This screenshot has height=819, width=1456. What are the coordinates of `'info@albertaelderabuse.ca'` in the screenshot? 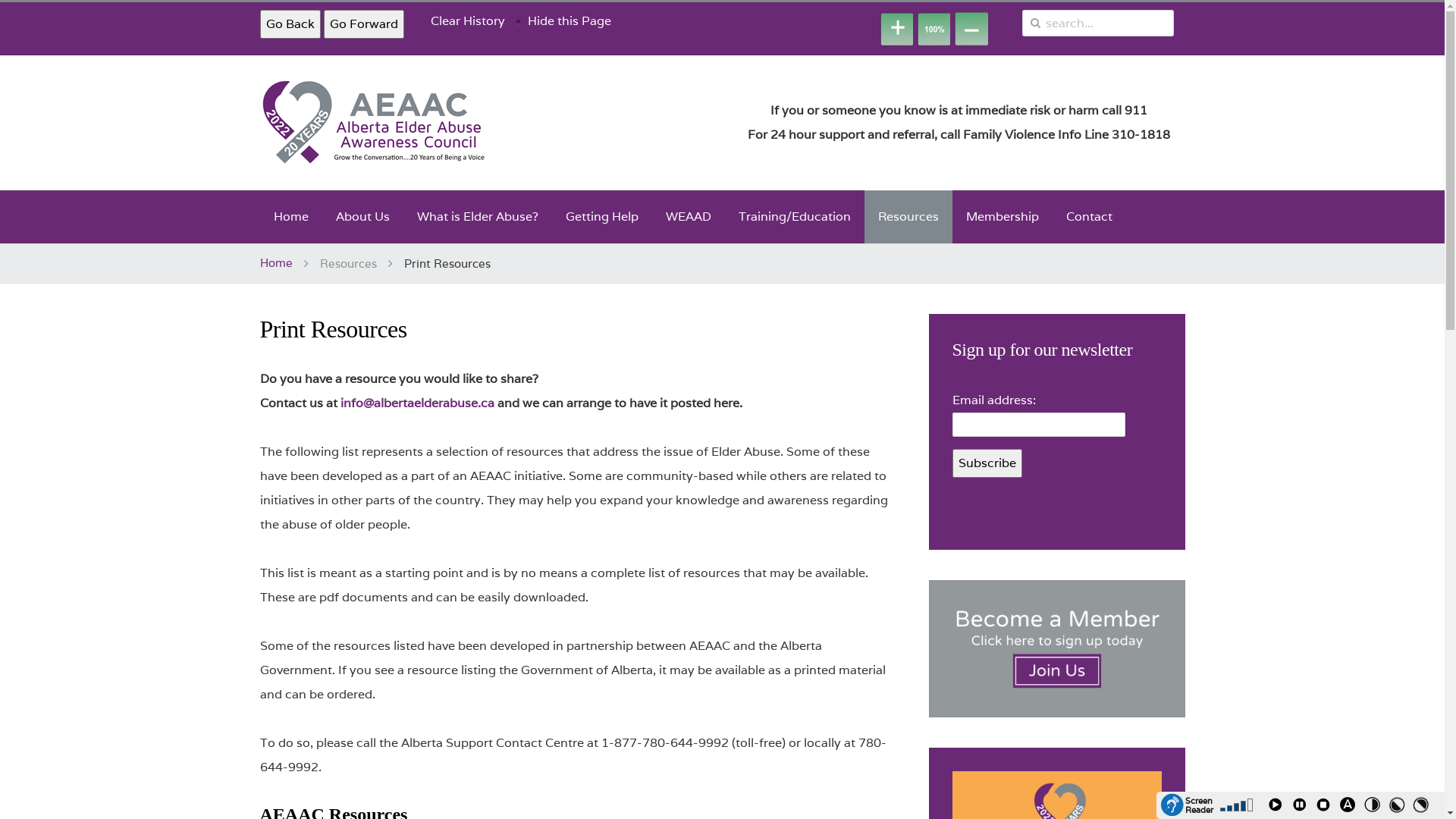 It's located at (338, 402).